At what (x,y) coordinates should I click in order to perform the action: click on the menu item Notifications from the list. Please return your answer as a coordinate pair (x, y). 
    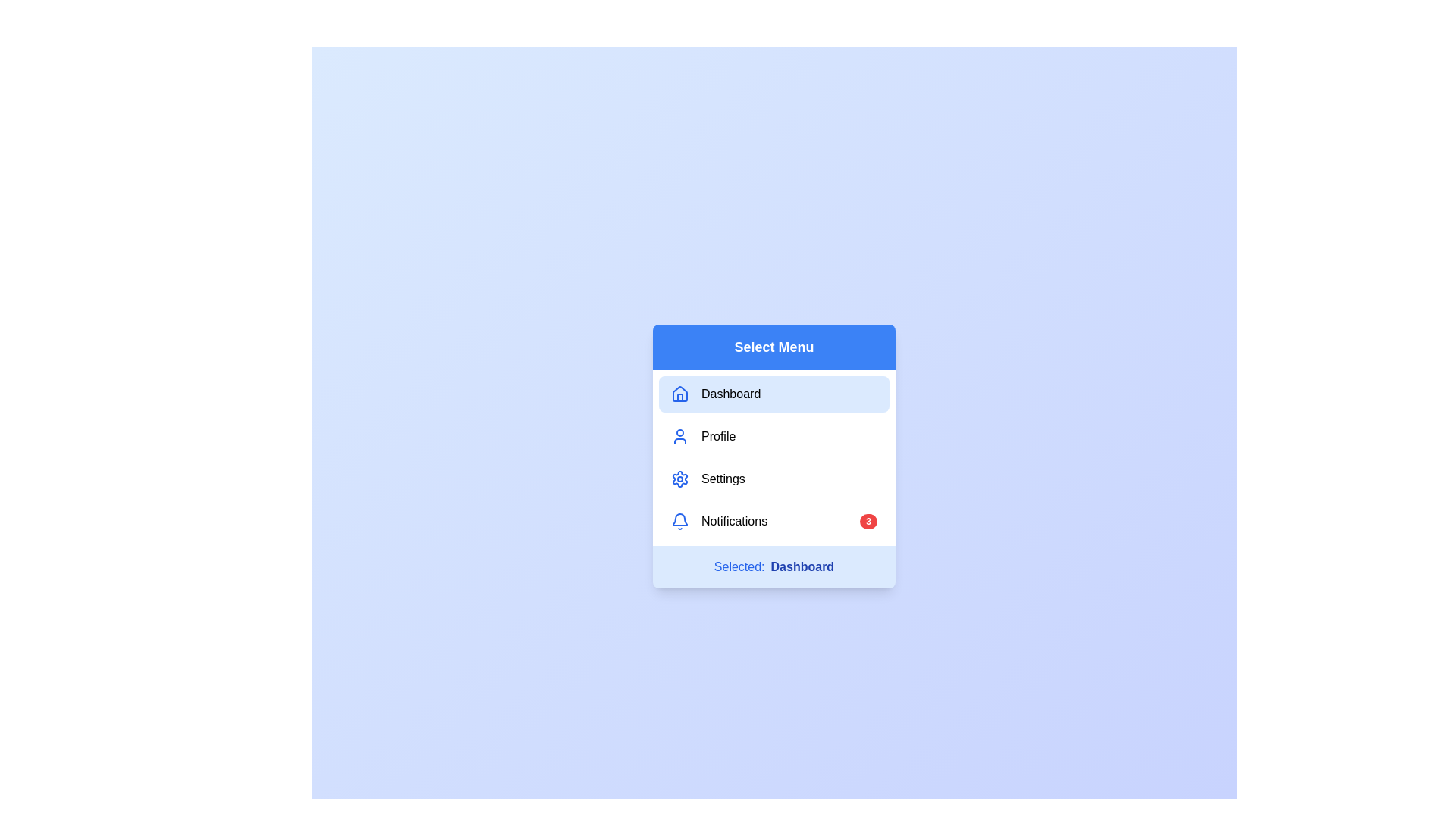
    Looking at the image, I should click on (774, 520).